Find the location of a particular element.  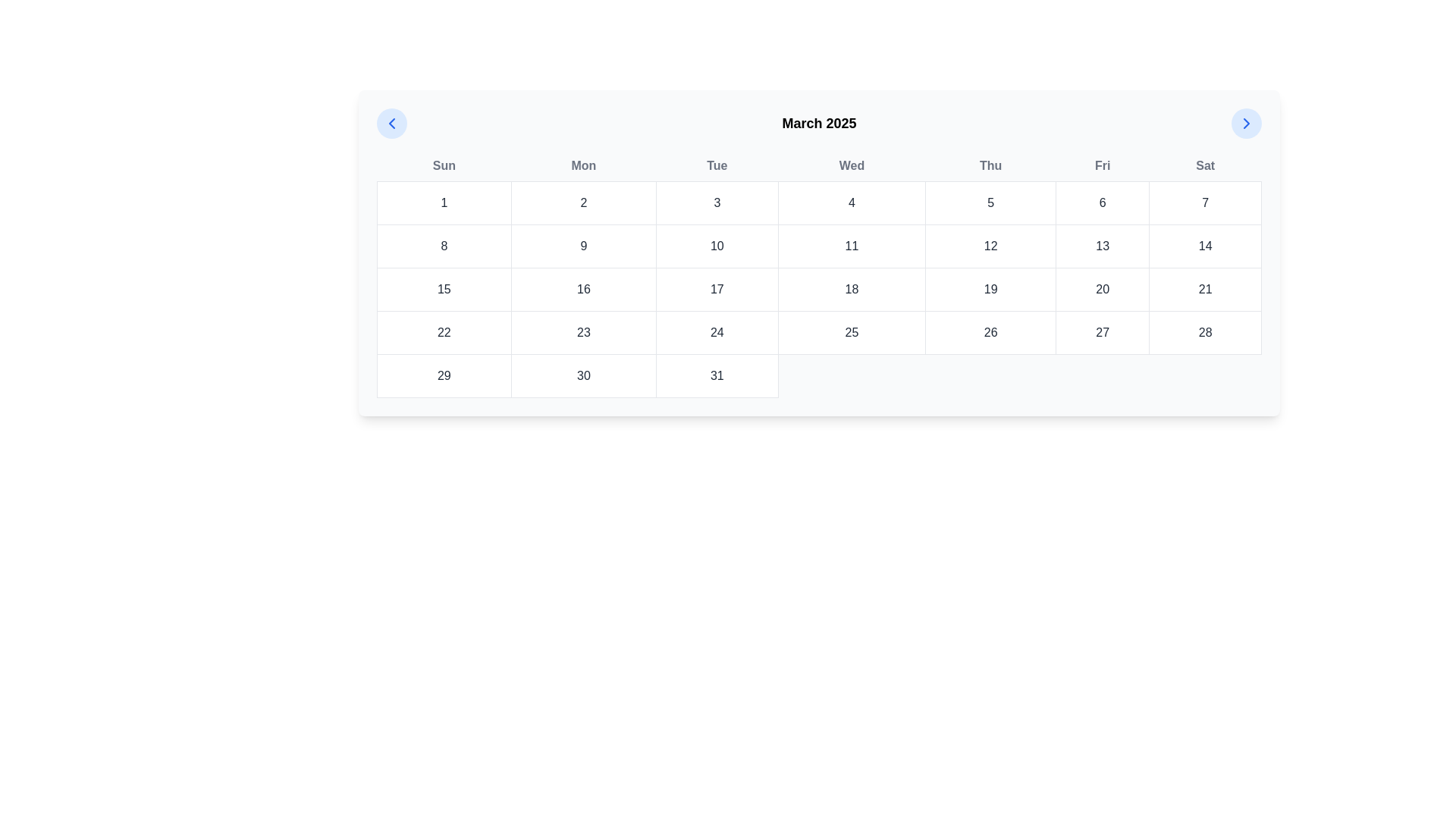

the selectable calendar date item representing the date '5', located under the 'Thu' column header in the calendar interface is located at coordinates (990, 202).